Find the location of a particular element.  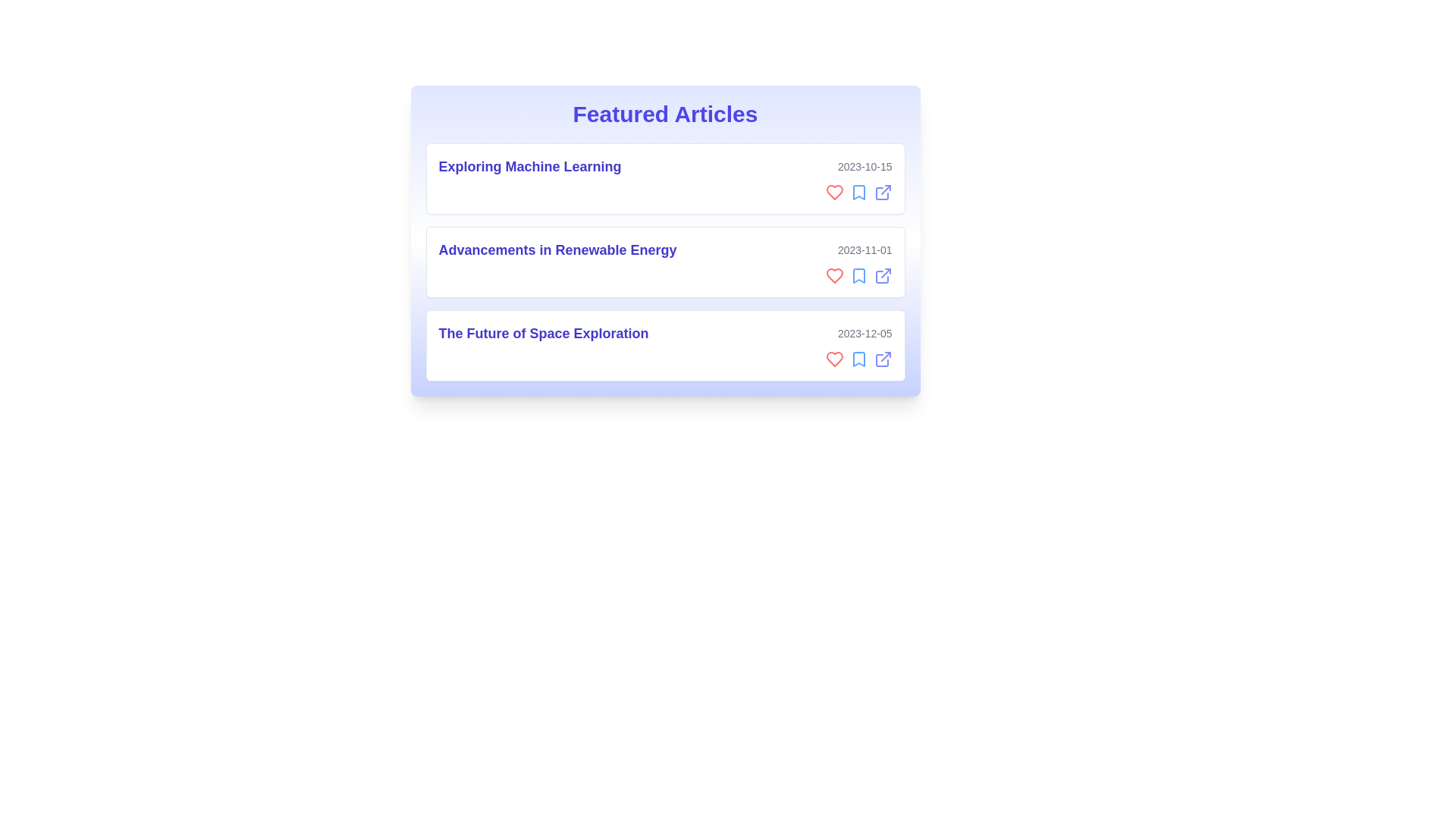

the article titled The Future of Space Exploration is located at coordinates (665, 345).